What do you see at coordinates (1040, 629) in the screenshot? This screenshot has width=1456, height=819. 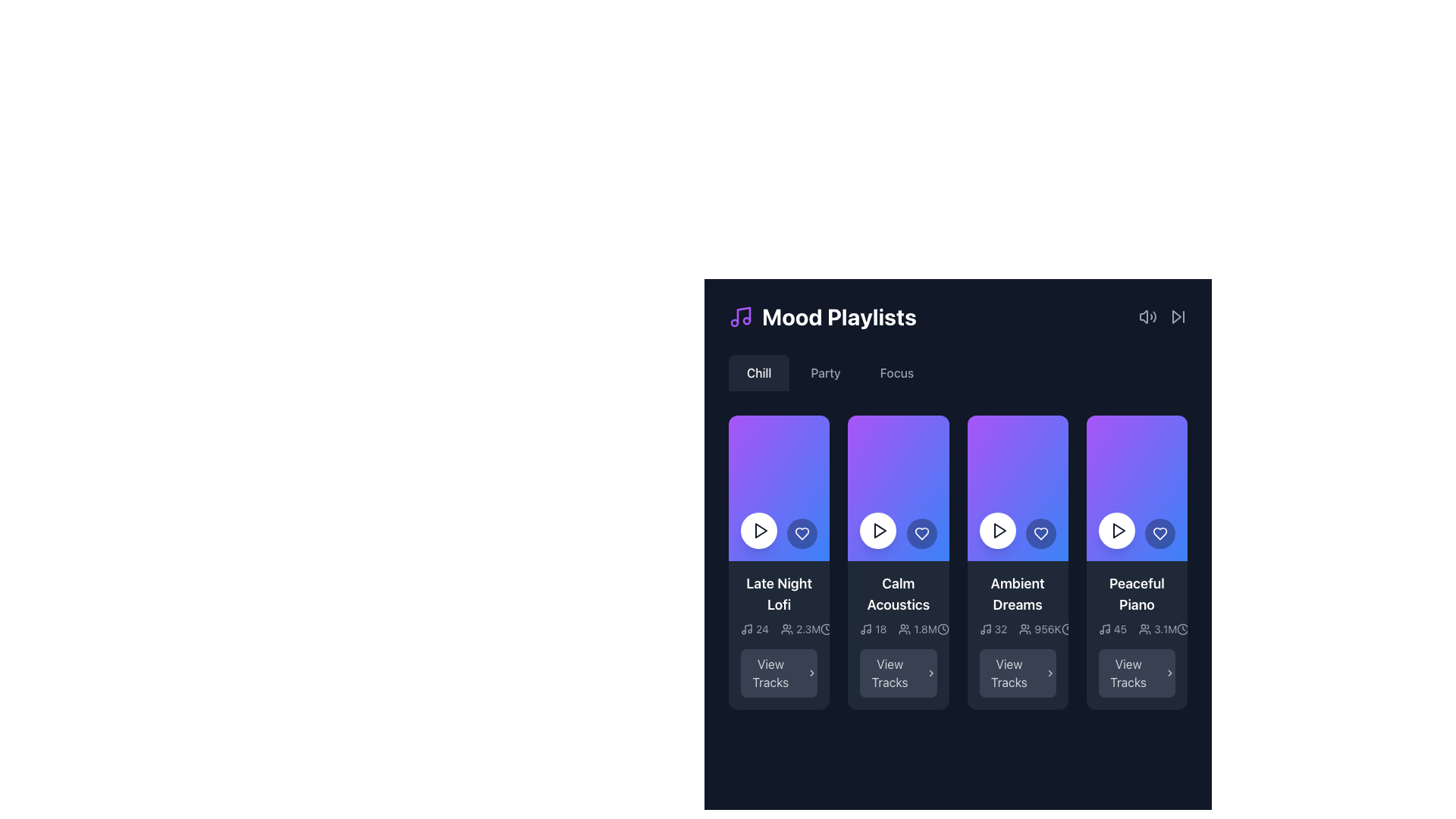 I see `the user icon located in the bottom section of the 'Ambient Dreams' playlist card, which features the text '956K' and a small outline of human figures next to it` at bounding box center [1040, 629].